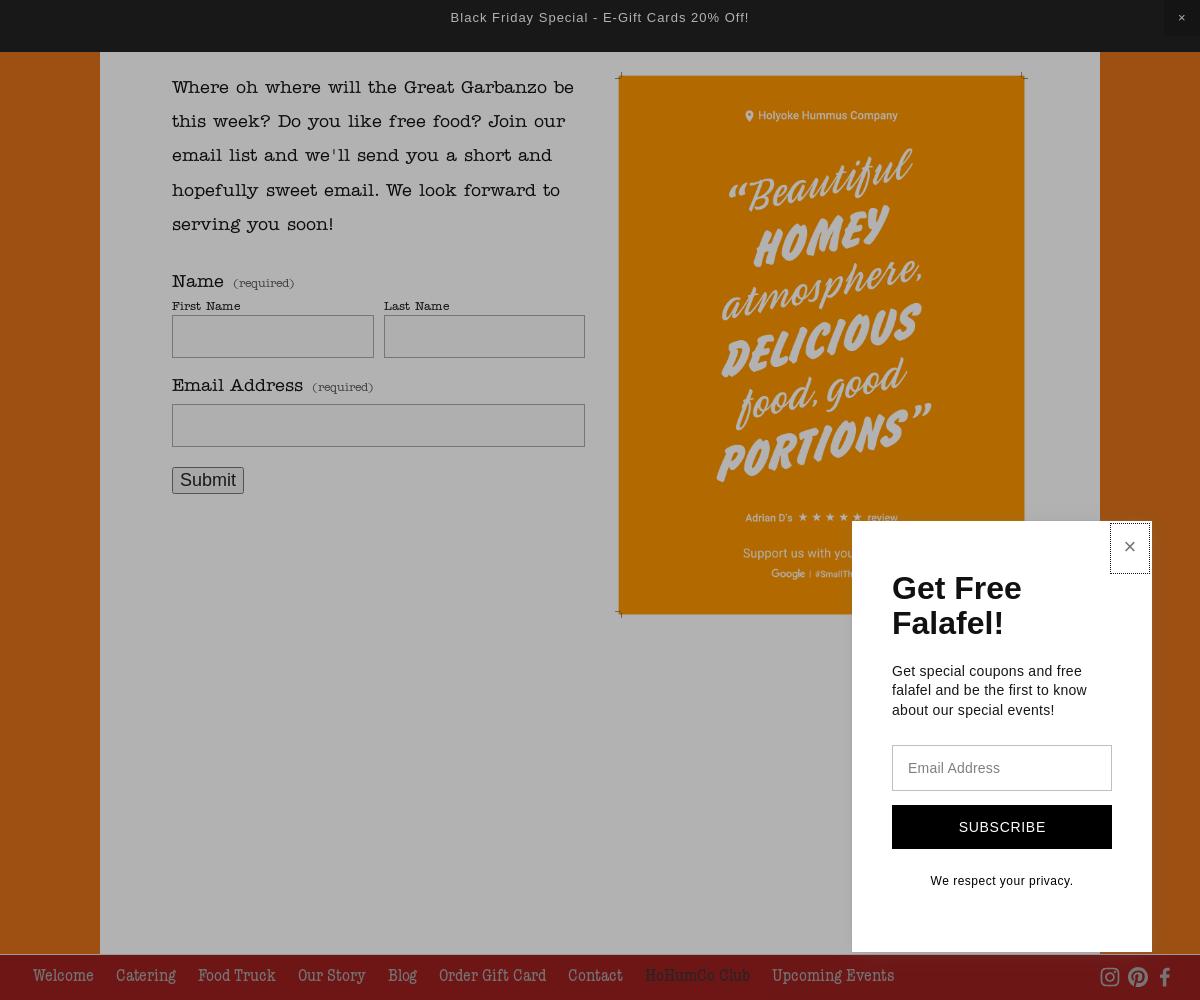 The image size is (1200, 1000). Describe the element at coordinates (402, 974) in the screenshot. I see `'Blog'` at that location.